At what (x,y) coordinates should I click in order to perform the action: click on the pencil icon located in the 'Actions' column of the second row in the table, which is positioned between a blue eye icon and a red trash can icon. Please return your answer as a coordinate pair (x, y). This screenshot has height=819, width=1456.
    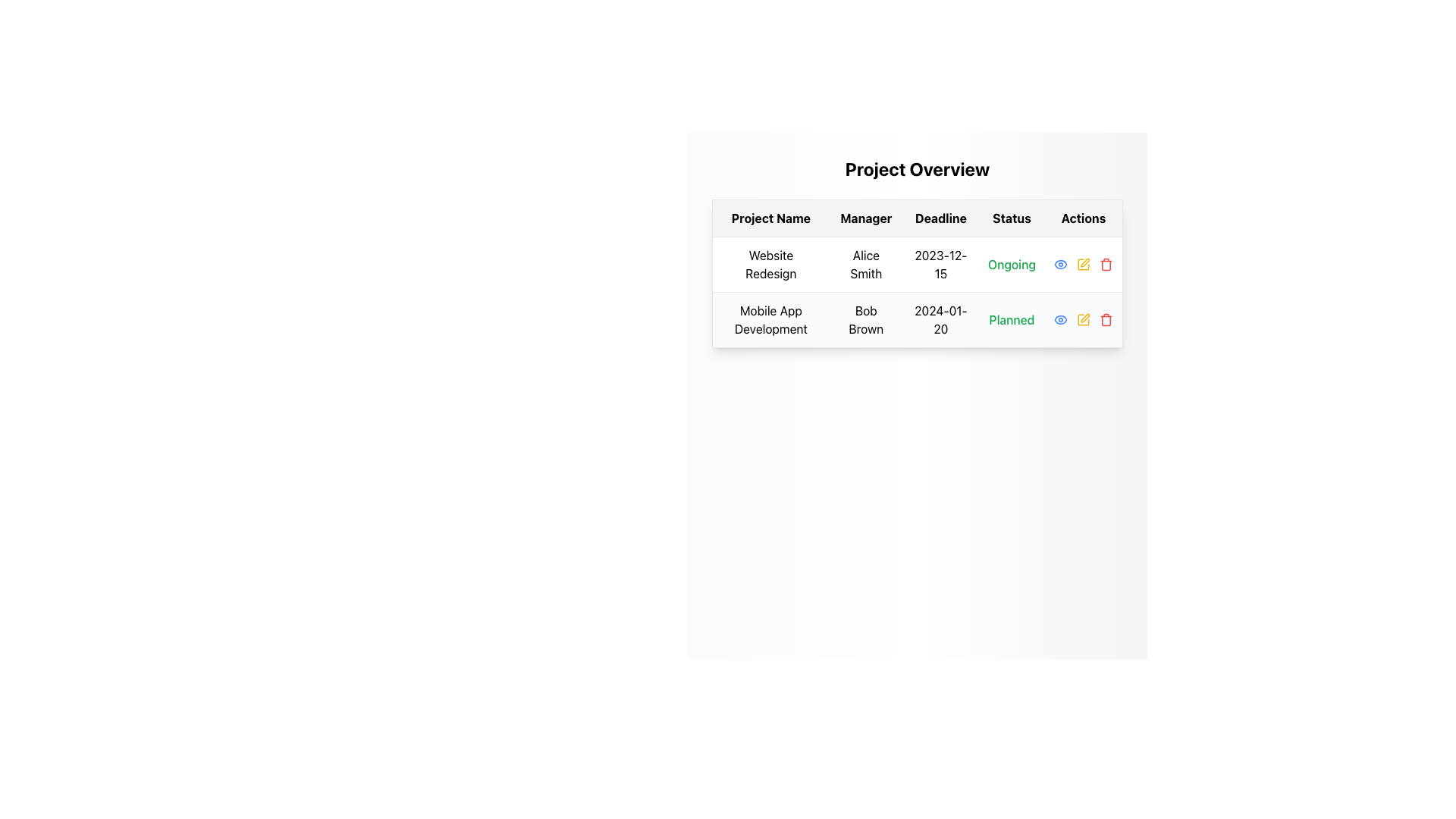
    Looking at the image, I should click on (1083, 318).